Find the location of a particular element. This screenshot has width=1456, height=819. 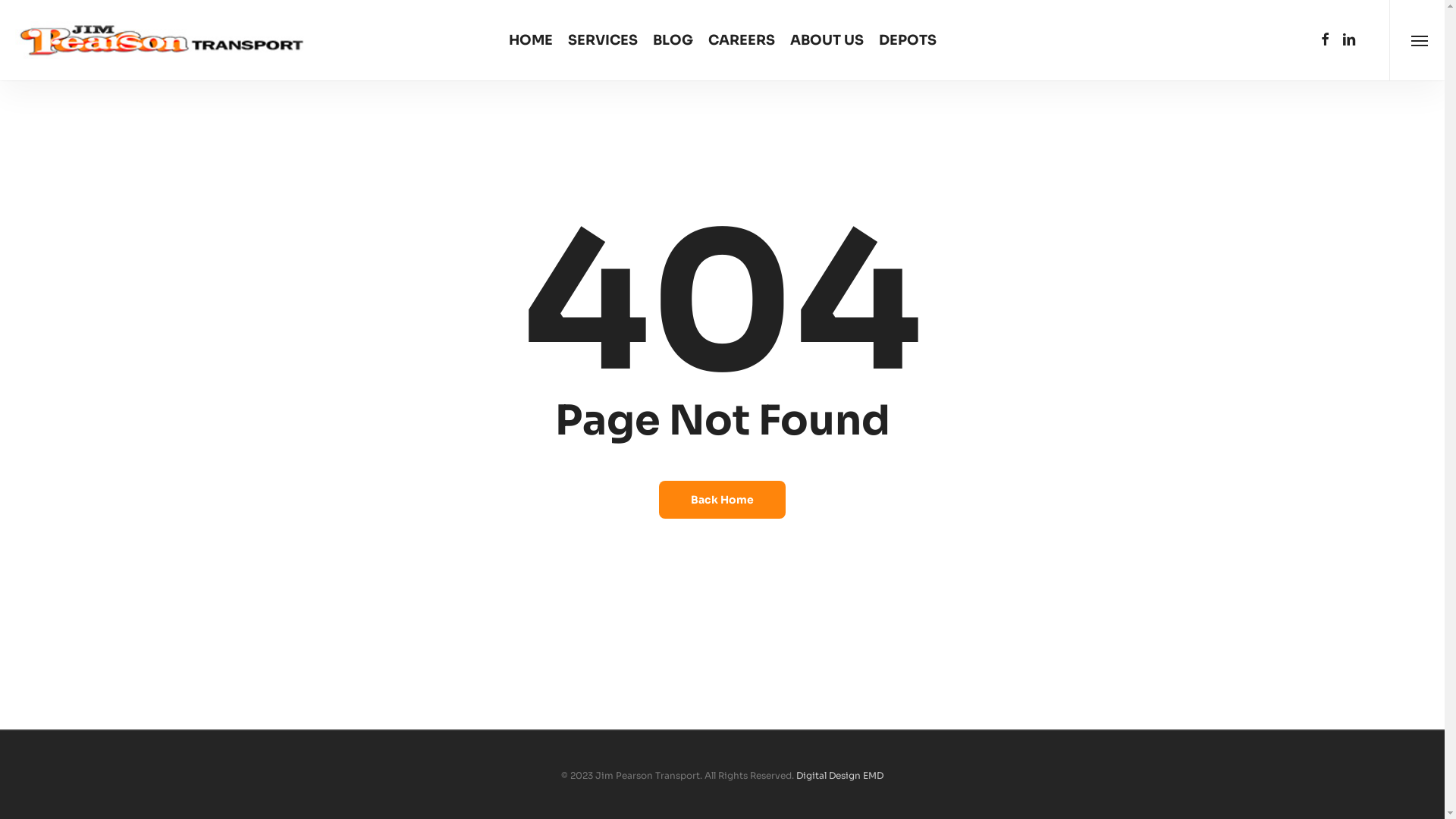

'ABOUT US' is located at coordinates (826, 39).